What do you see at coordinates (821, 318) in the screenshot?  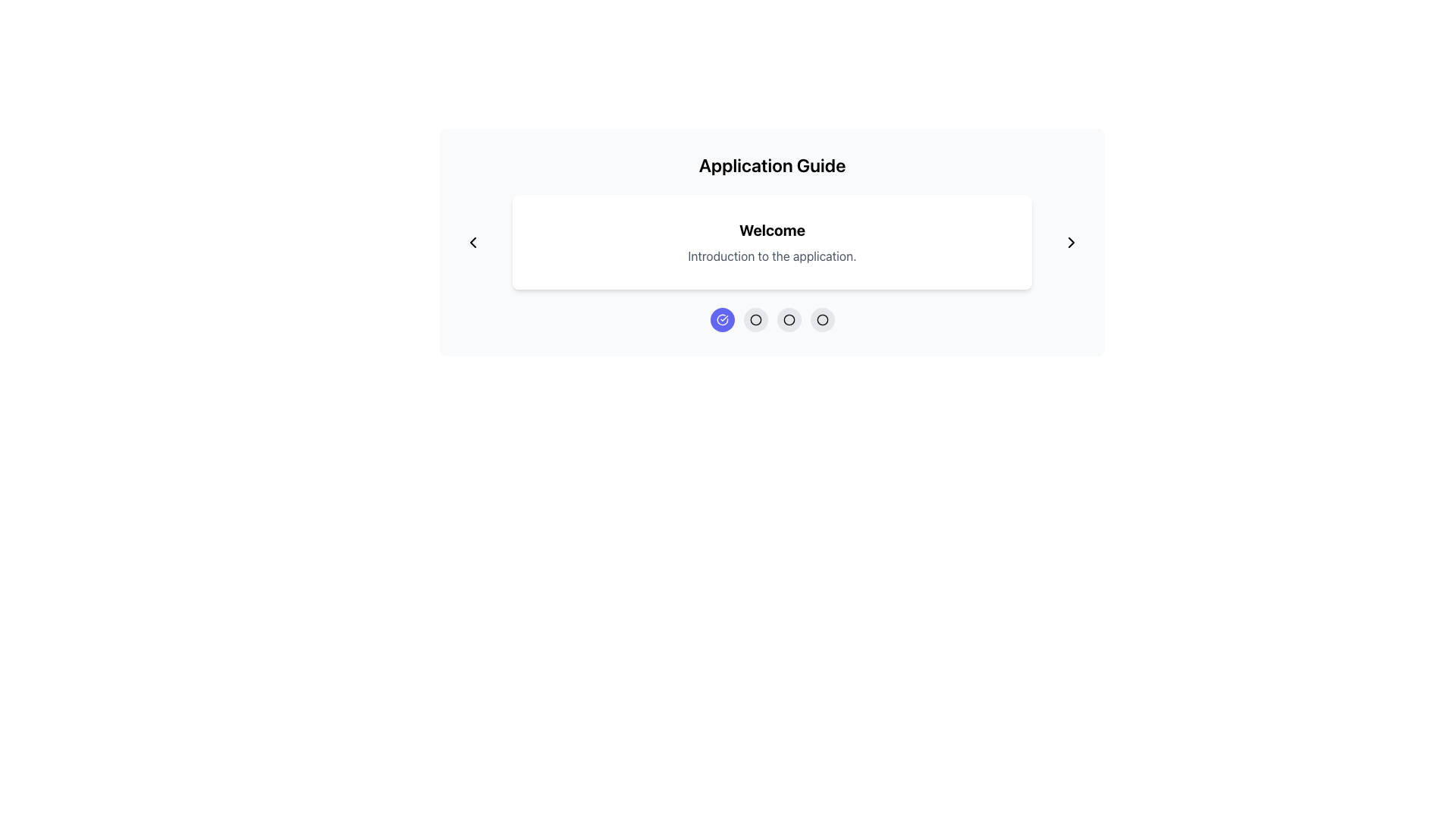 I see `the fourth button in a row of circular buttons located below the 'Welcome' text section` at bounding box center [821, 318].